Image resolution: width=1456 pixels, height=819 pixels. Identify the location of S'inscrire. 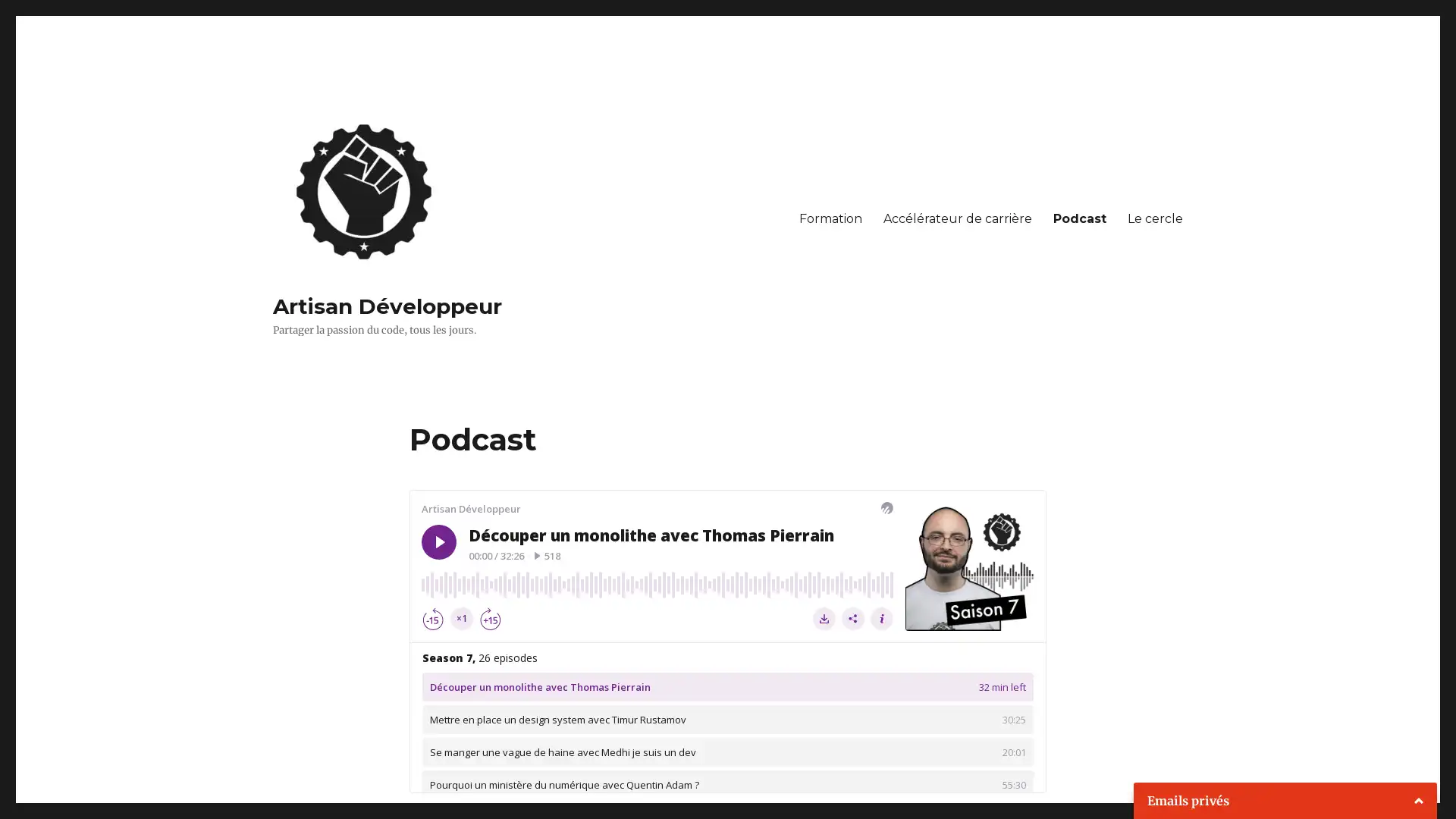
(1281, 781).